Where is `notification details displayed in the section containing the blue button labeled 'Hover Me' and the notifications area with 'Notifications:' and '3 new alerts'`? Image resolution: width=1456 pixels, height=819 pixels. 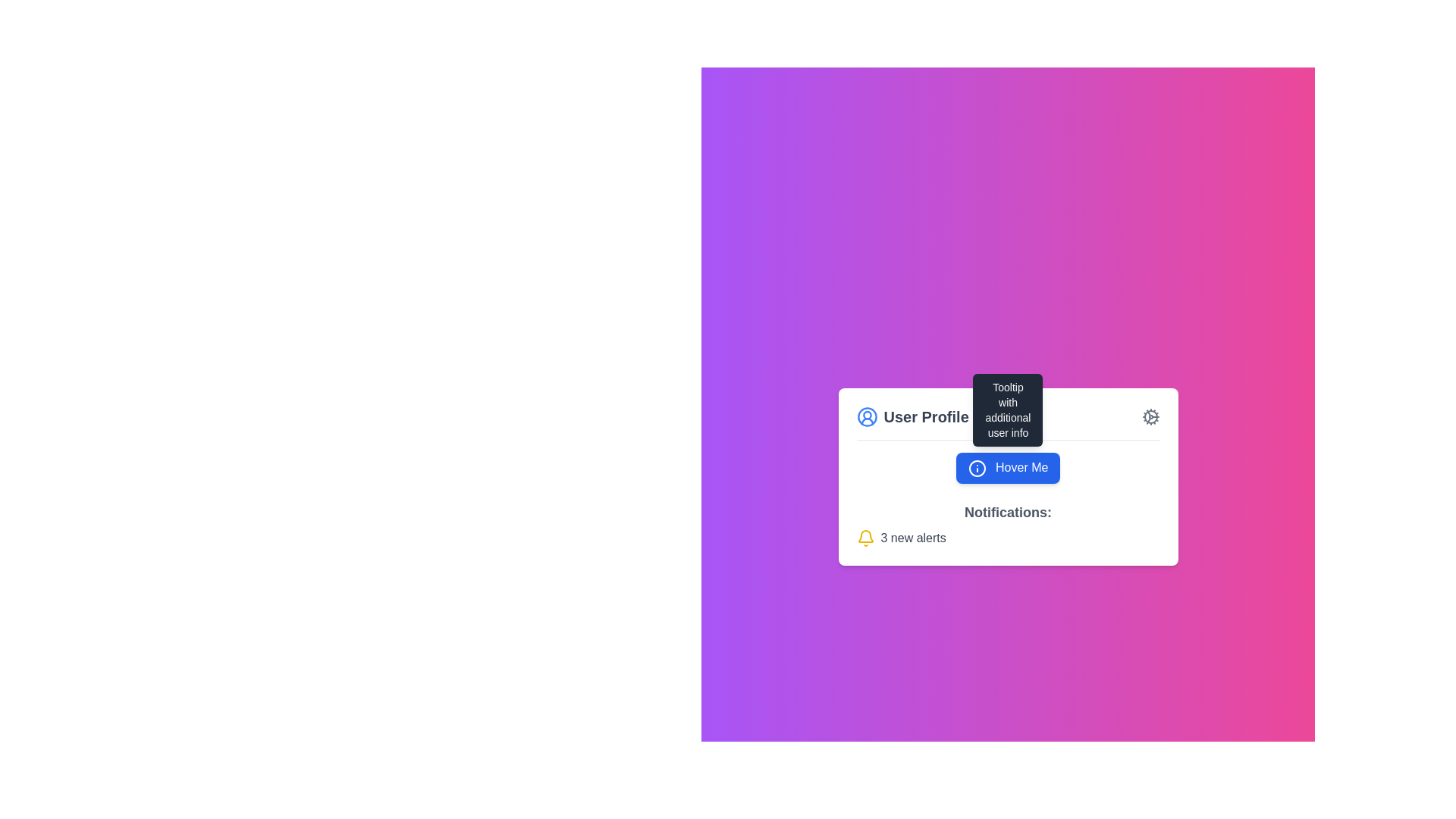
notification details displayed in the section containing the blue button labeled 'Hover Me' and the notifications area with 'Notifications:' and '3 new alerts' is located at coordinates (1008, 500).